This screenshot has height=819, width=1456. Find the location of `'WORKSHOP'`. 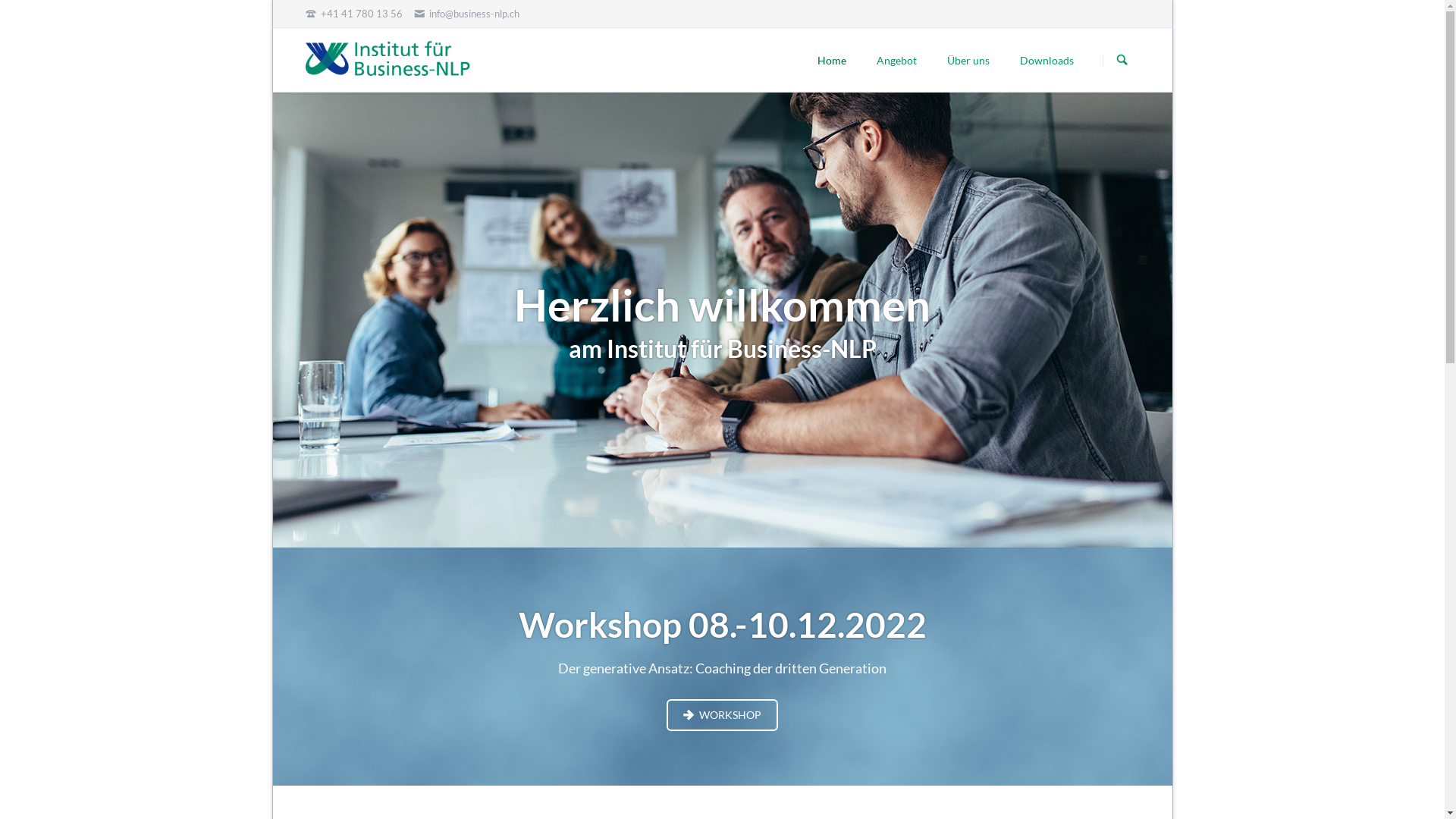

'WORKSHOP' is located at coordinates (720, 714).